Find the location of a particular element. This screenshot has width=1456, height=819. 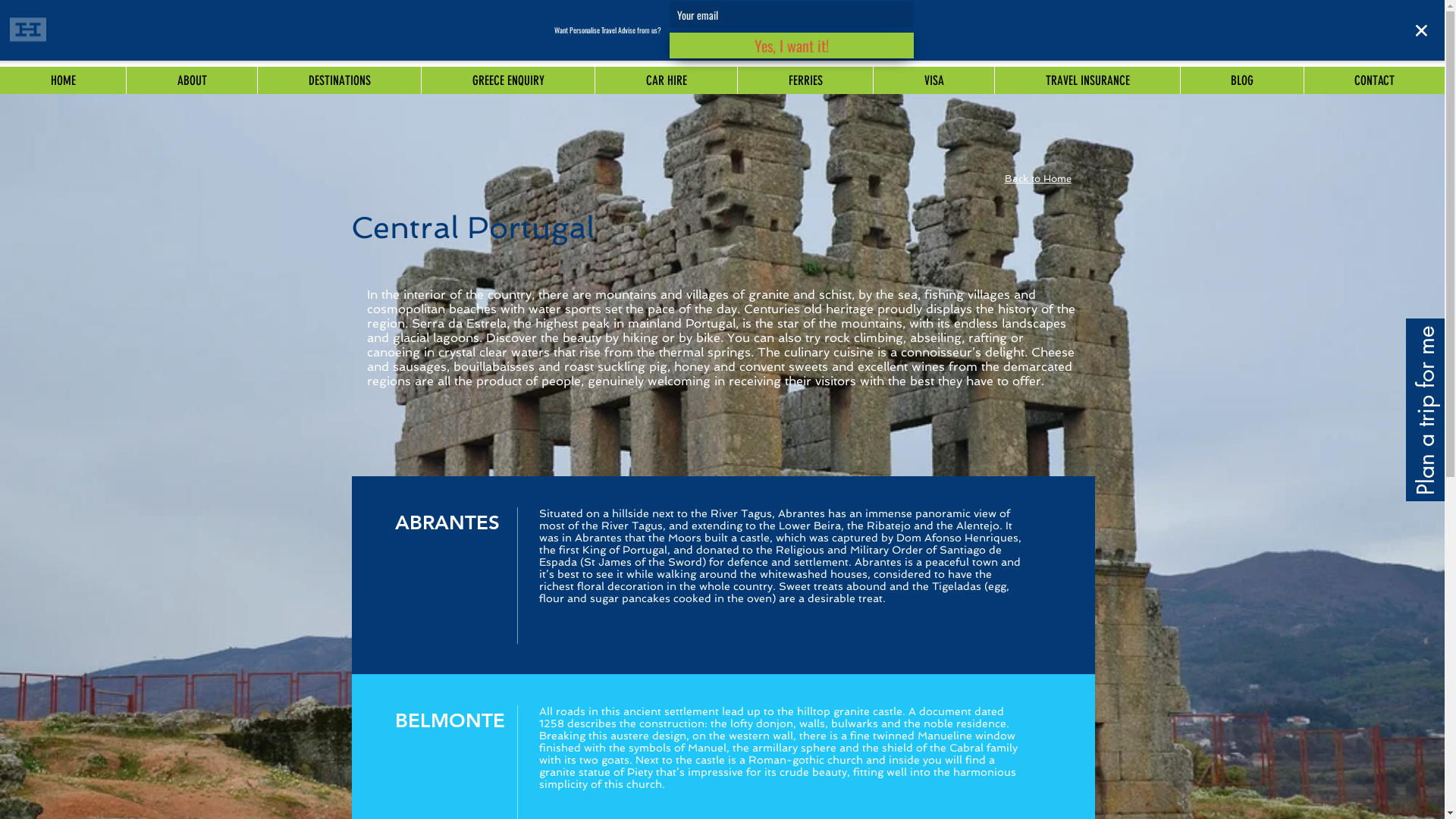

'ABOUT' is located at coordinates (190, 80).